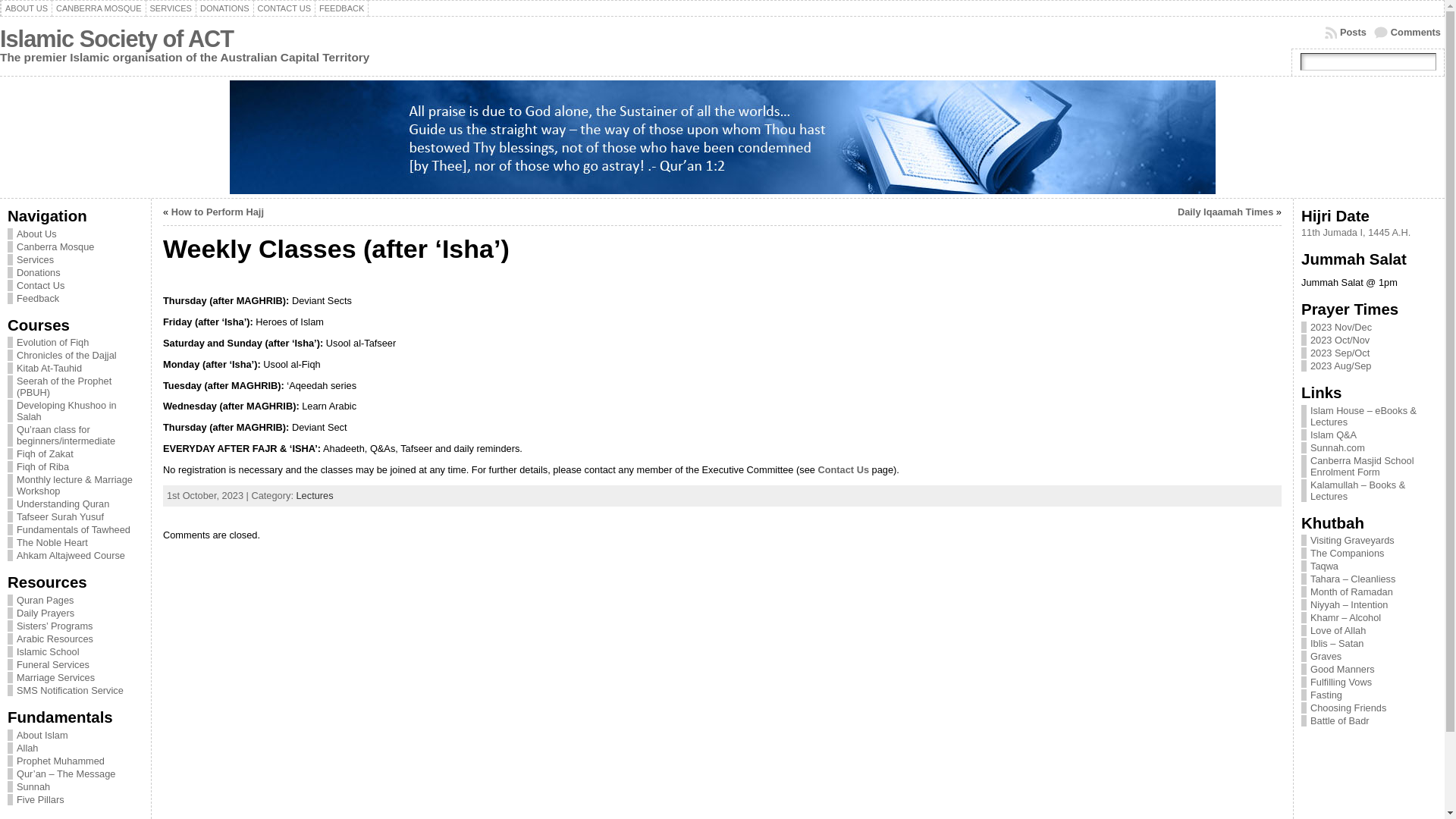 Image resolution: width=1456 pixels, height=819 pixels. I want to click on 'Good Manners', so click(1342, 668).